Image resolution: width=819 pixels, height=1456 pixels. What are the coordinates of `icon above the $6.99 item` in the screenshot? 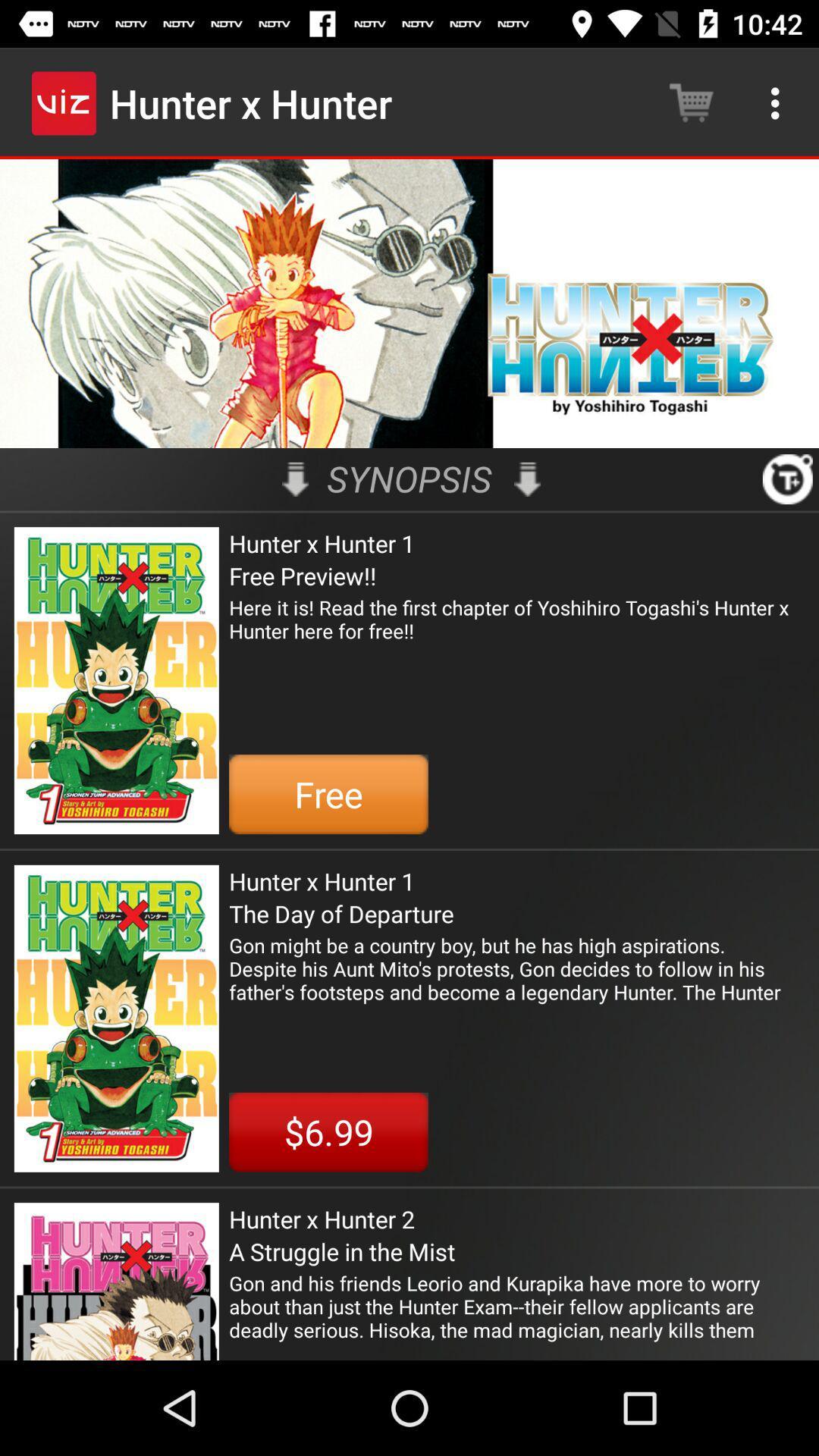 It's located at (516, 968).